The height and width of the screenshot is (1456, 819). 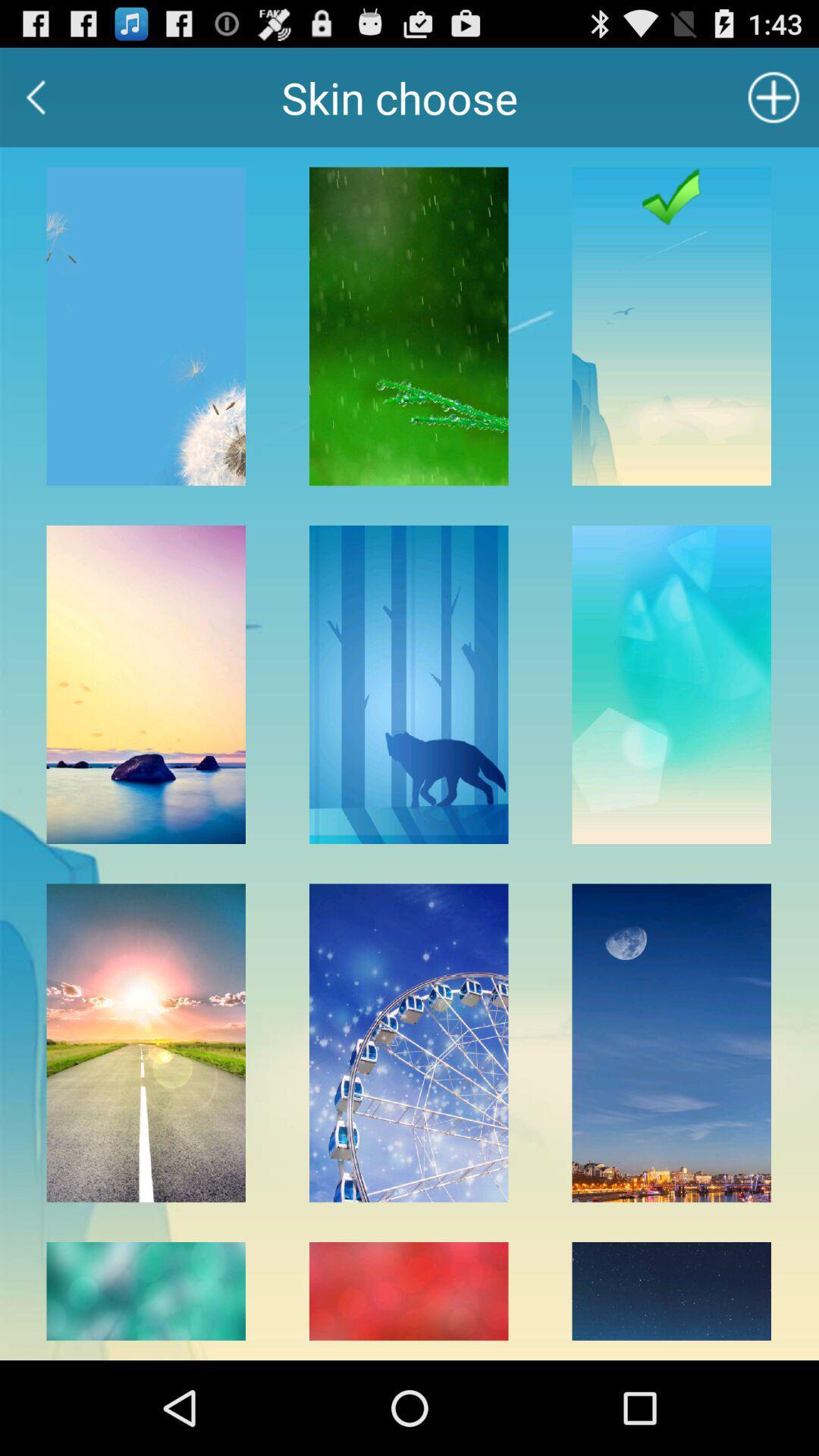 I want to click on the item next to skin choose item, so click(x=35, y=96).